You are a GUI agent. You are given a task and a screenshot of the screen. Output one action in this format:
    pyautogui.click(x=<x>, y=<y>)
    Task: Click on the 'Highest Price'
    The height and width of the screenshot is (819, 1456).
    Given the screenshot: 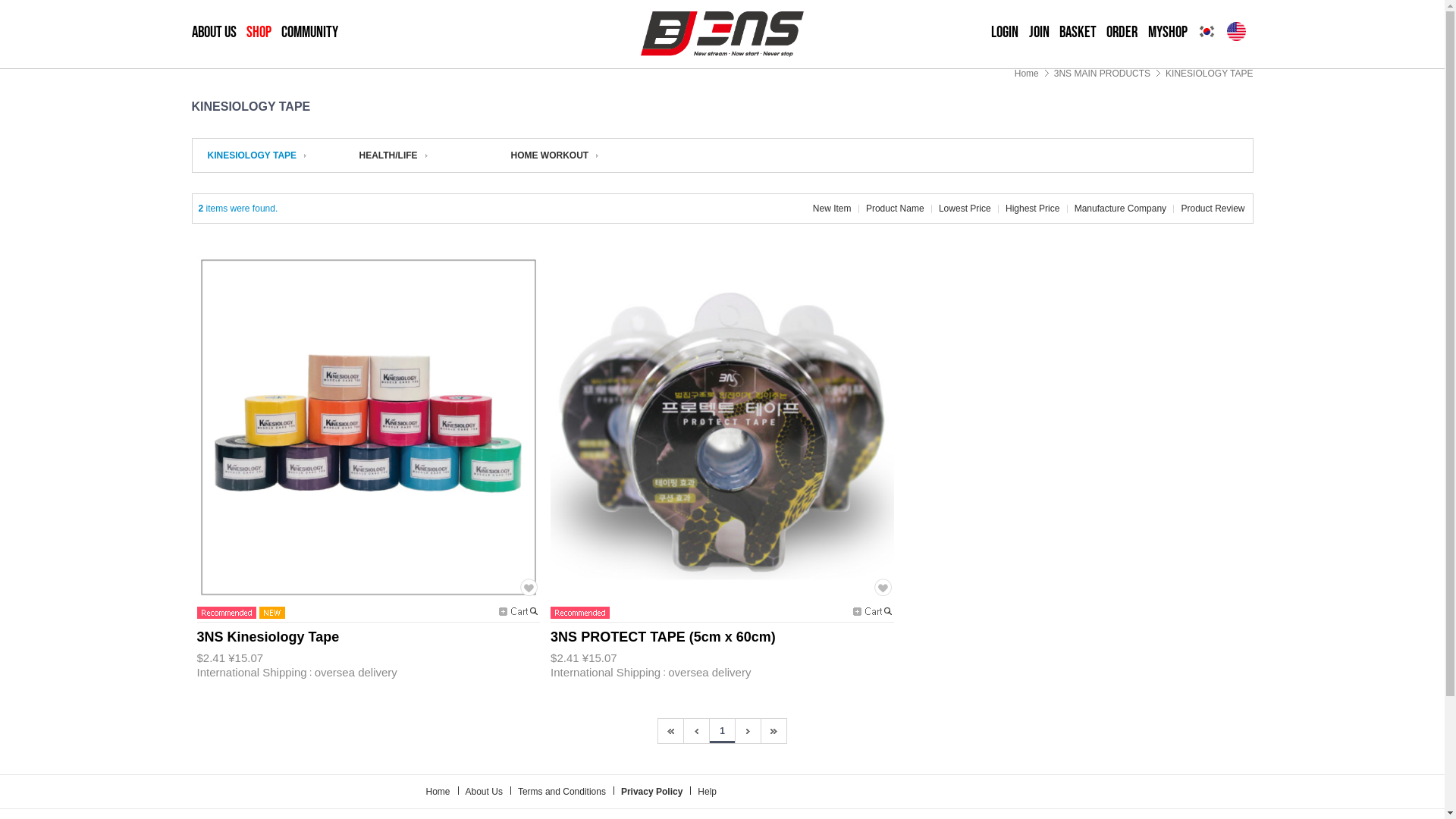 What is the action you would take?
    pyautogui.click(x=1031, y=208)
    